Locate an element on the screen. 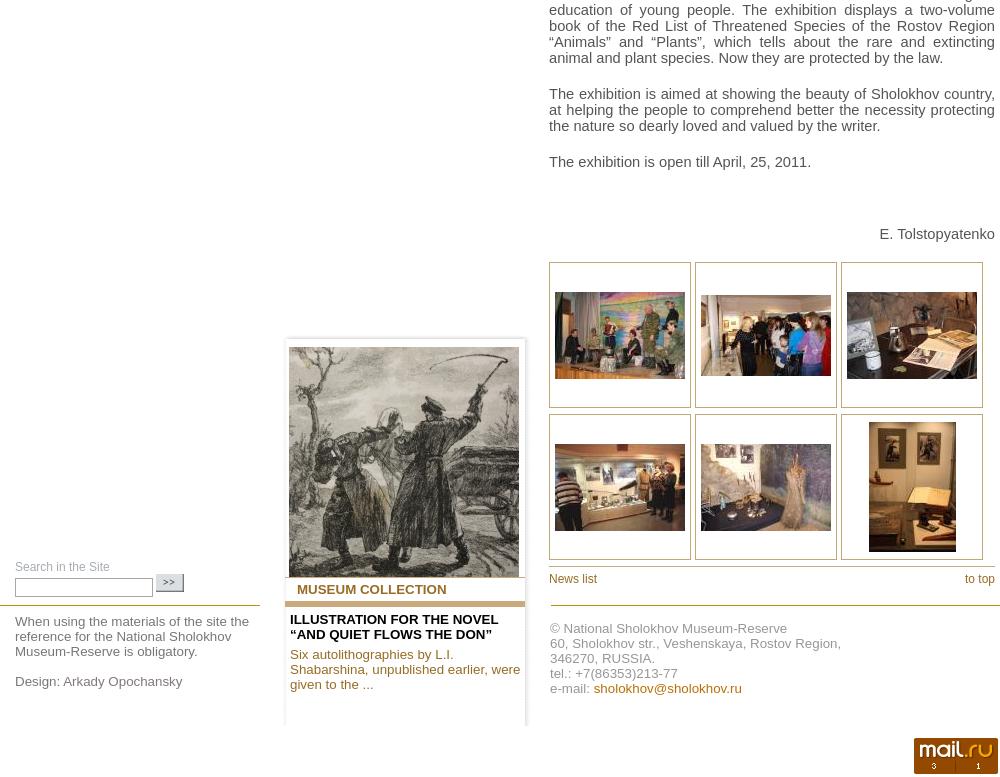 The width and height of the screenshot is (1000, 777). 'The exhibition is aimed at showing the beauty of Sholokhov country, at helping the people to comprehend better the necessity protecting the nature so dearly loved and valued by the writer.' is located at coordinates (549, 109).